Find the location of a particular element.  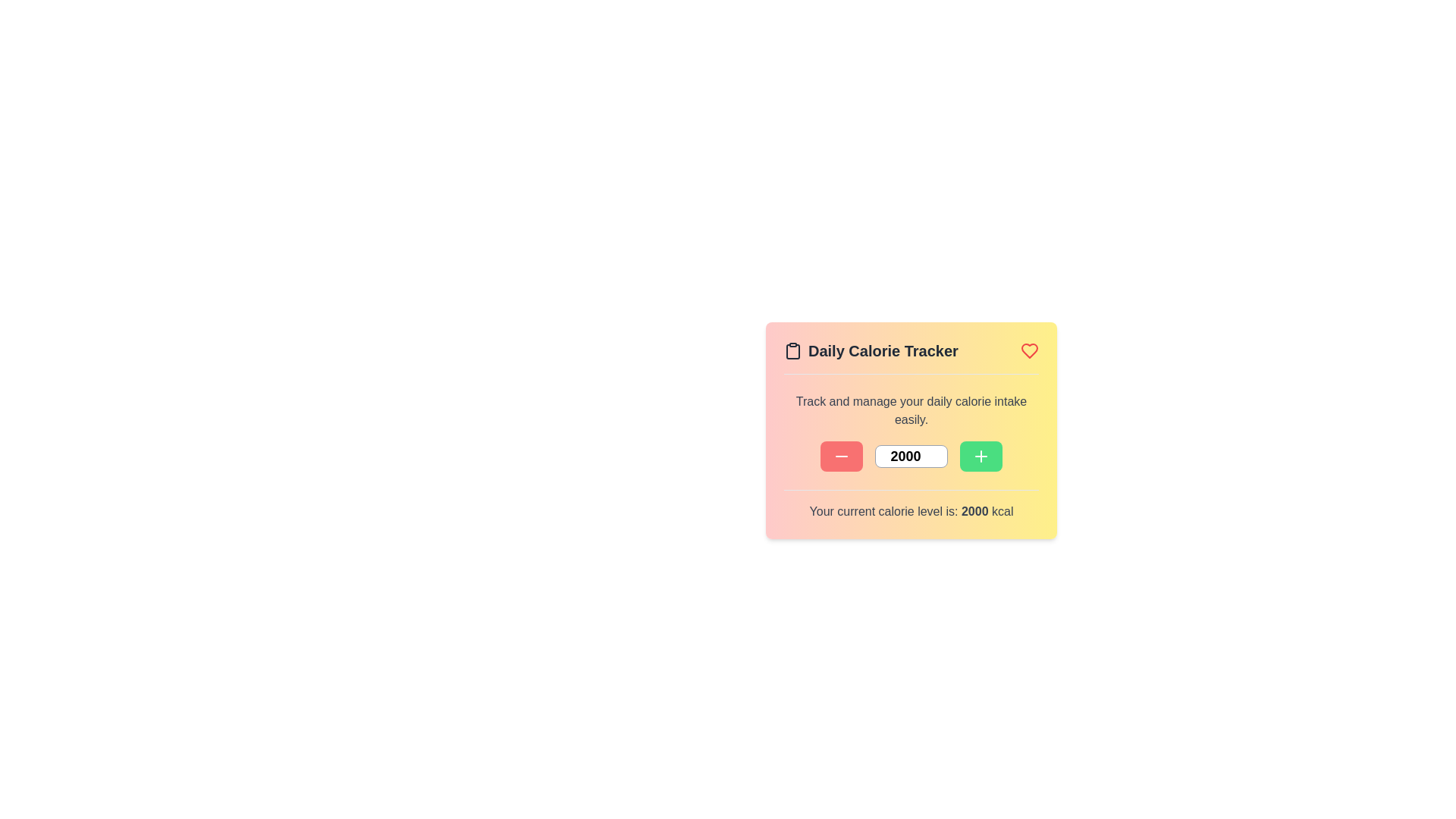

the text label displaying 'Track and manage your daily calorie intake easily.' which is positioned beneath the header 'Daily Calorie Tracker' is located at coordinates (910, 432).